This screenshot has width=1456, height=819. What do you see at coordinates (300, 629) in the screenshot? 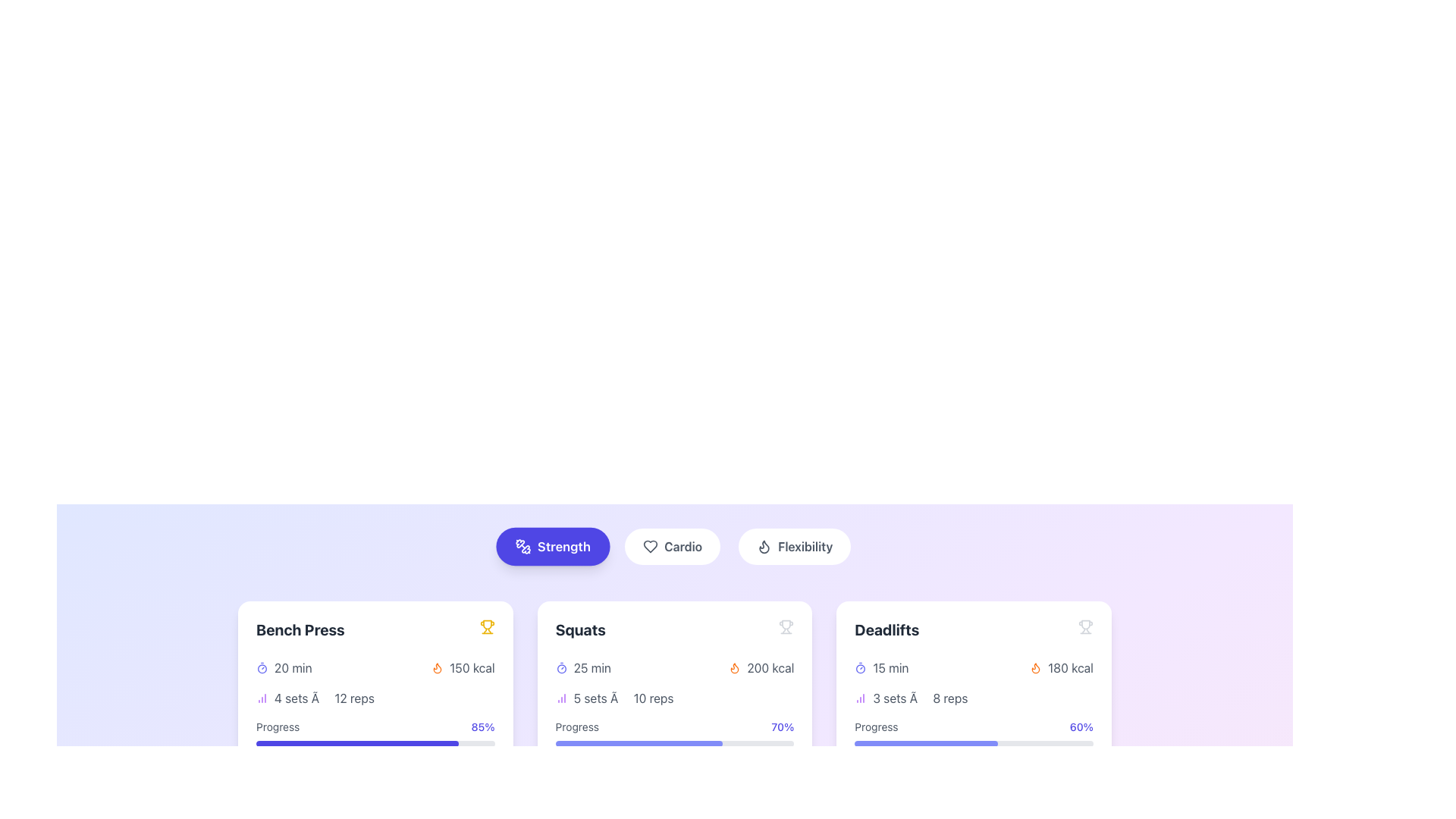
I see `the 'Bench Press' text label, which is styled in bold, large dark grey text within a card-like structure on a light gradient background` at bounding box center [300, 629].